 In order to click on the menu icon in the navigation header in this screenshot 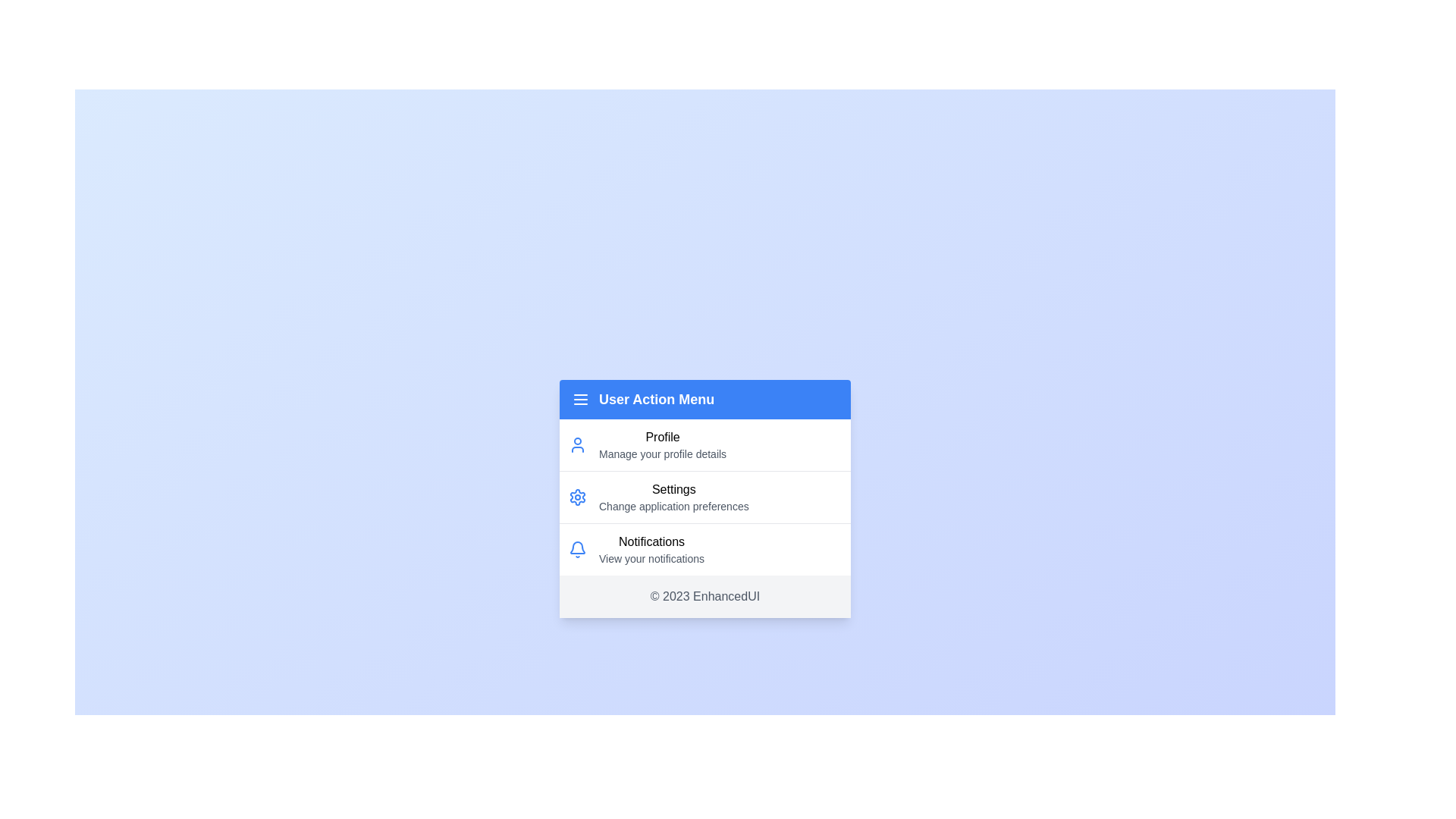, I will do `click(580, 399)`.